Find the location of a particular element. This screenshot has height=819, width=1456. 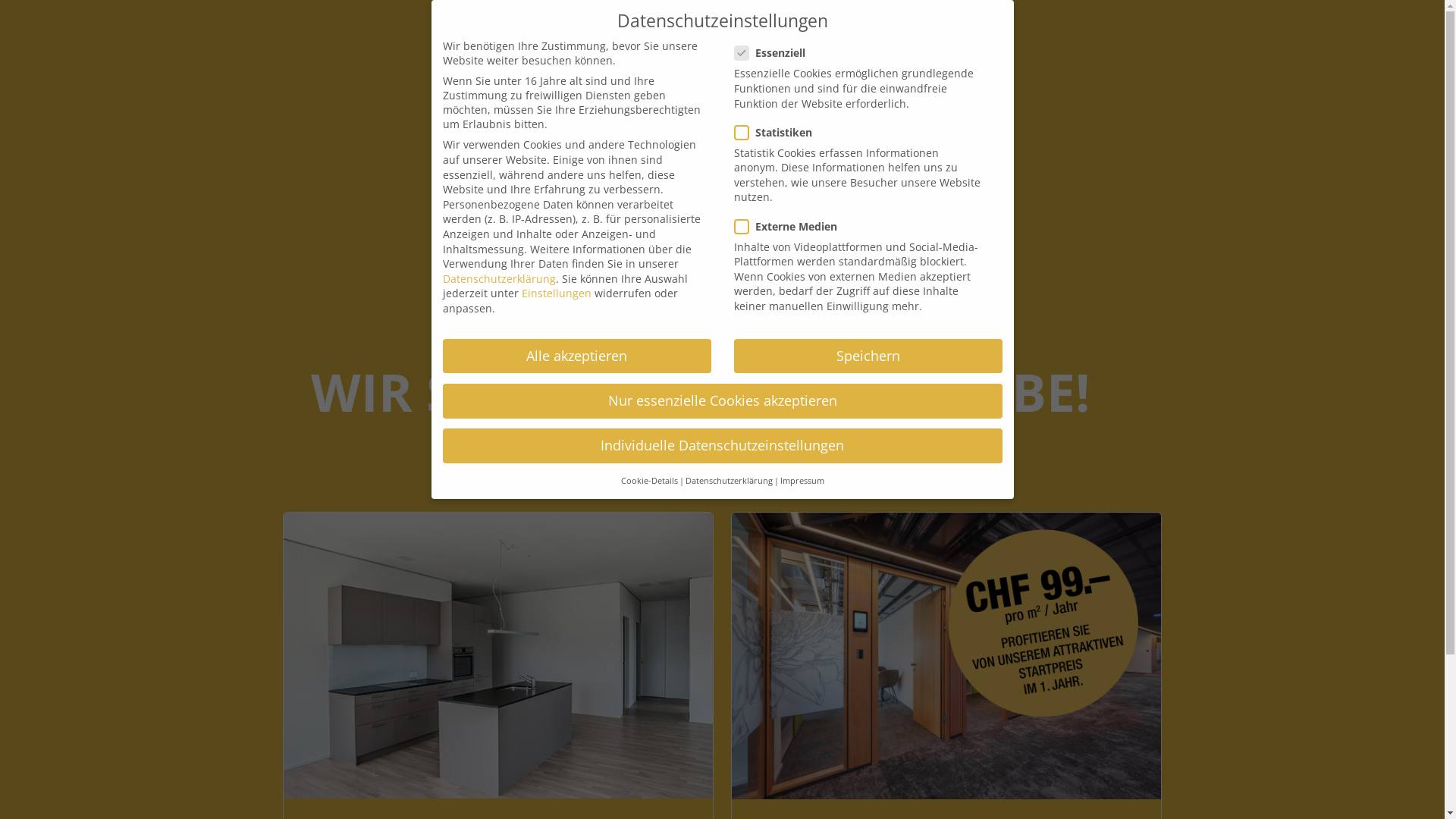

'Alle akzeptieren' is located at coordinates (442, 356).